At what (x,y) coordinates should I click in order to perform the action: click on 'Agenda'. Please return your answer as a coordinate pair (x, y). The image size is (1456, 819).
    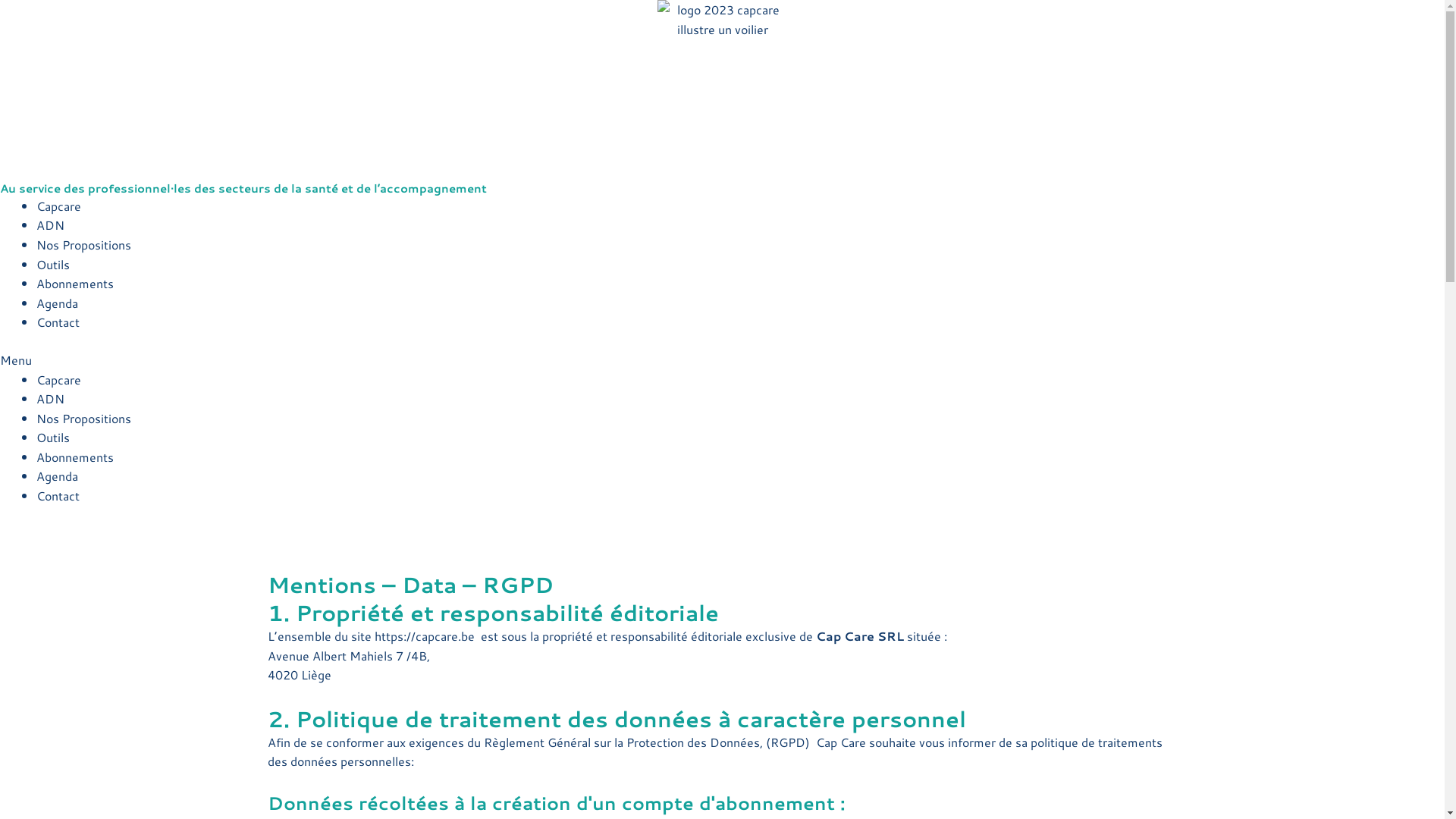
    Looking at the image, I should click on (36, 475).